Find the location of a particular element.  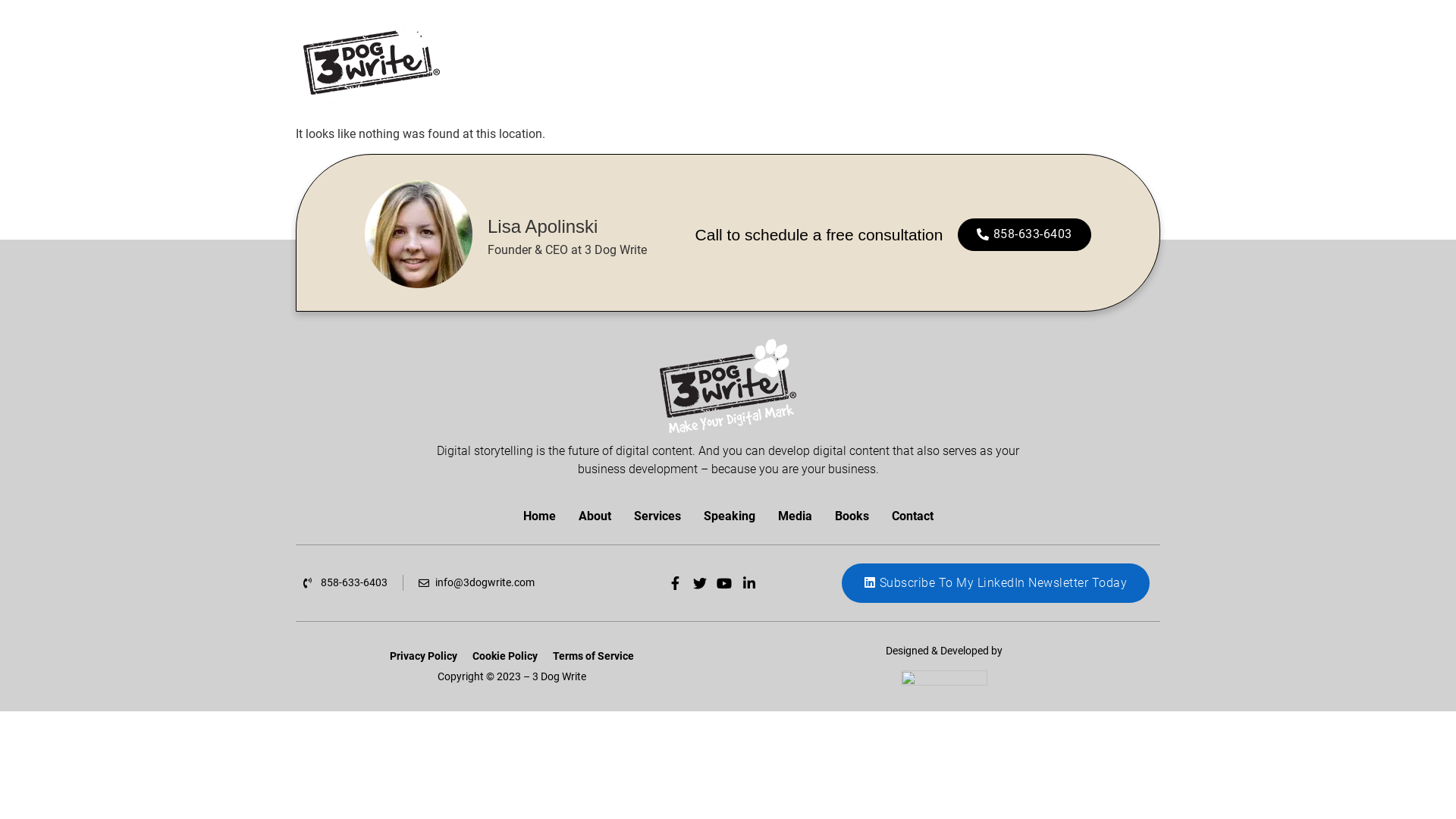

'Cookie Policy' is located at coordinates (505, 654).